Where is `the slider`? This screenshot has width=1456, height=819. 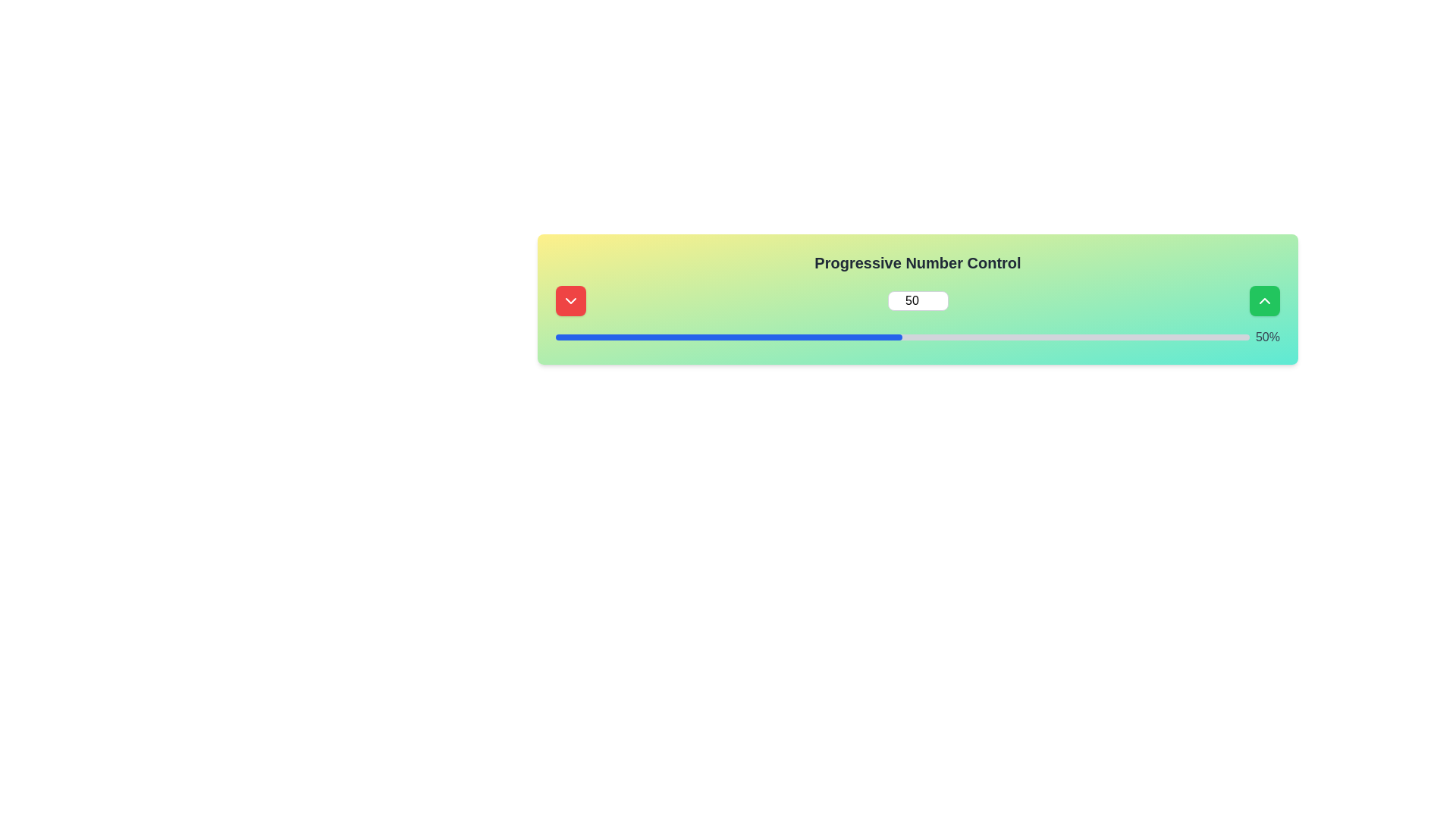 the slider is located at coordinates (1138, 336).